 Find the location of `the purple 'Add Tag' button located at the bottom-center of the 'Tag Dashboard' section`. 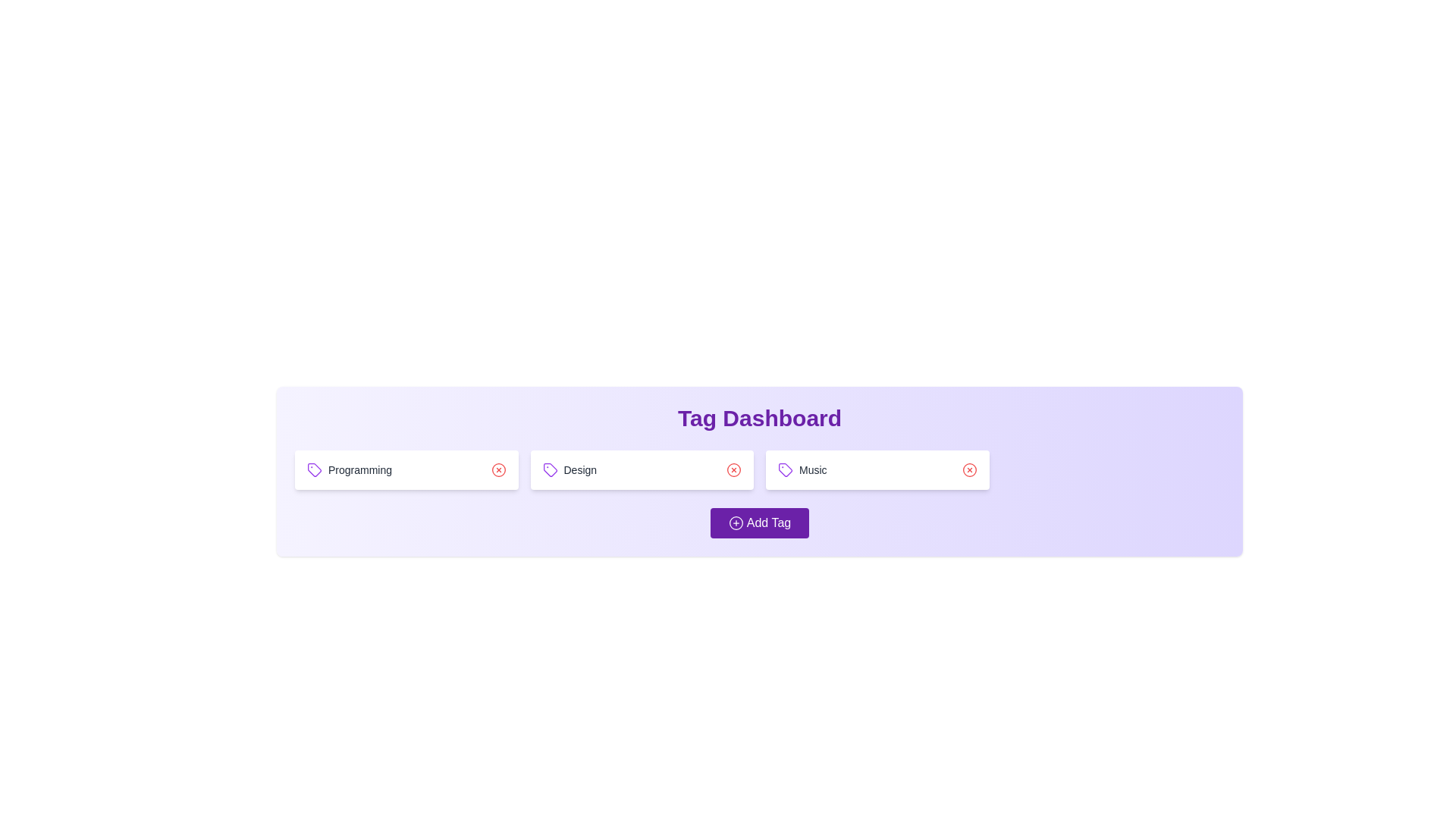

the purple 'Add Tag' button located at the bottom-center of the 'Tag Dashboard' section is located at coordinates (759, 522).